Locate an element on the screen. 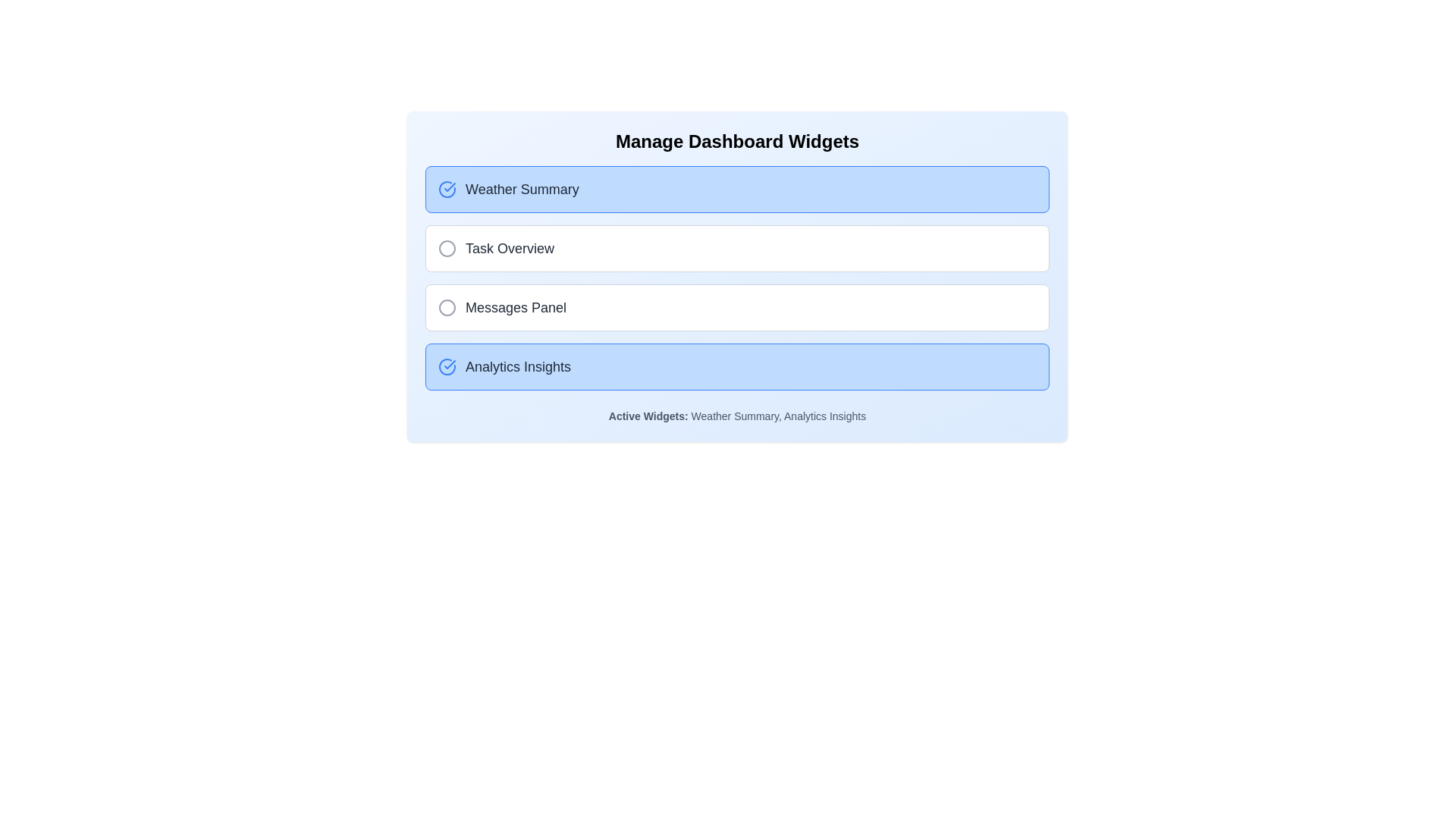 Image resolution: width=1456 pixels, height=819 pixels. the circular icon with a light gray color located on the left side of the 'Task Overview' panel is located at coordinates (447, 247).